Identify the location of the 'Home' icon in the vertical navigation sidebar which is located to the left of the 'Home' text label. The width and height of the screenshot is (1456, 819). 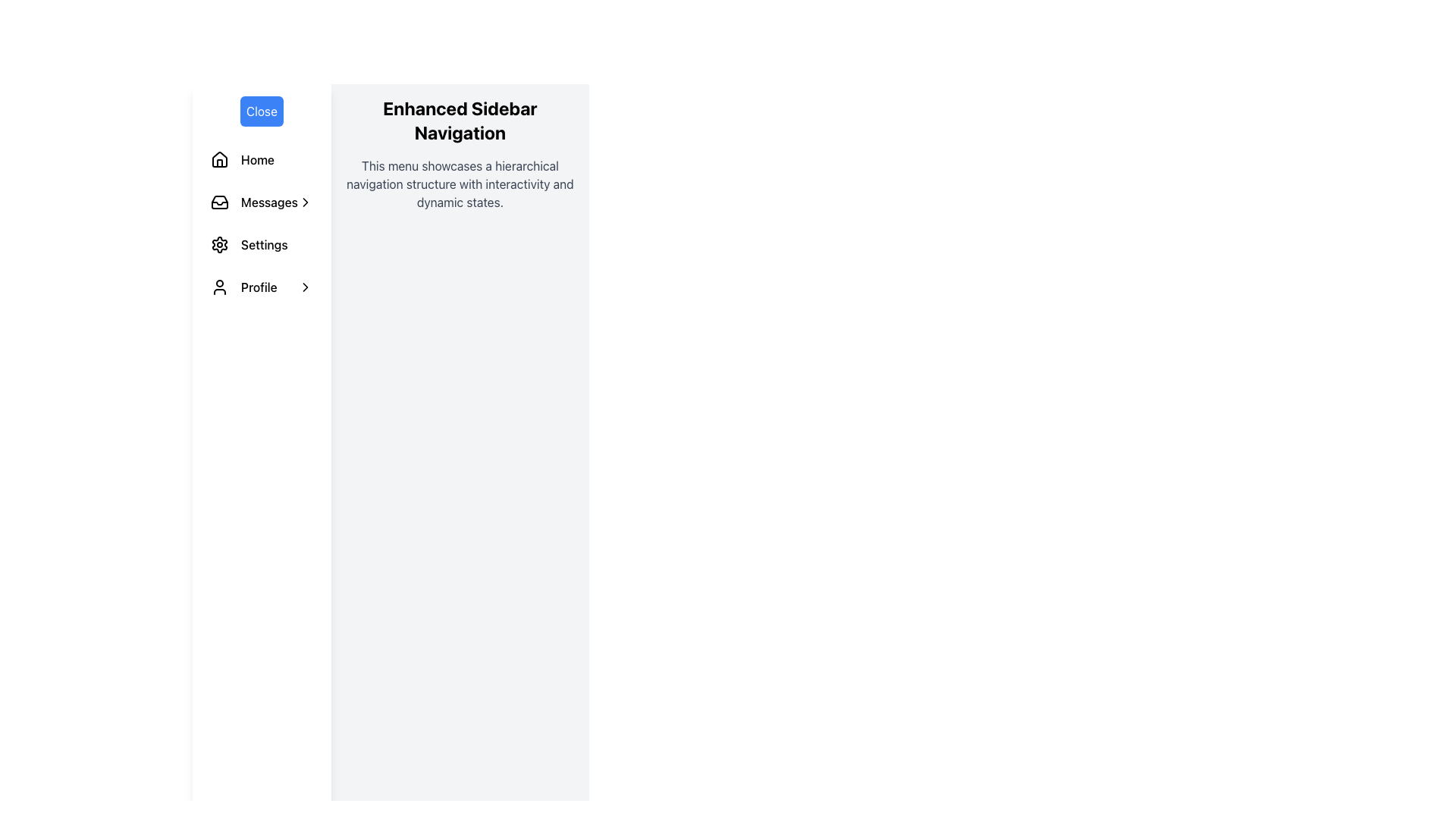
(218, 160).